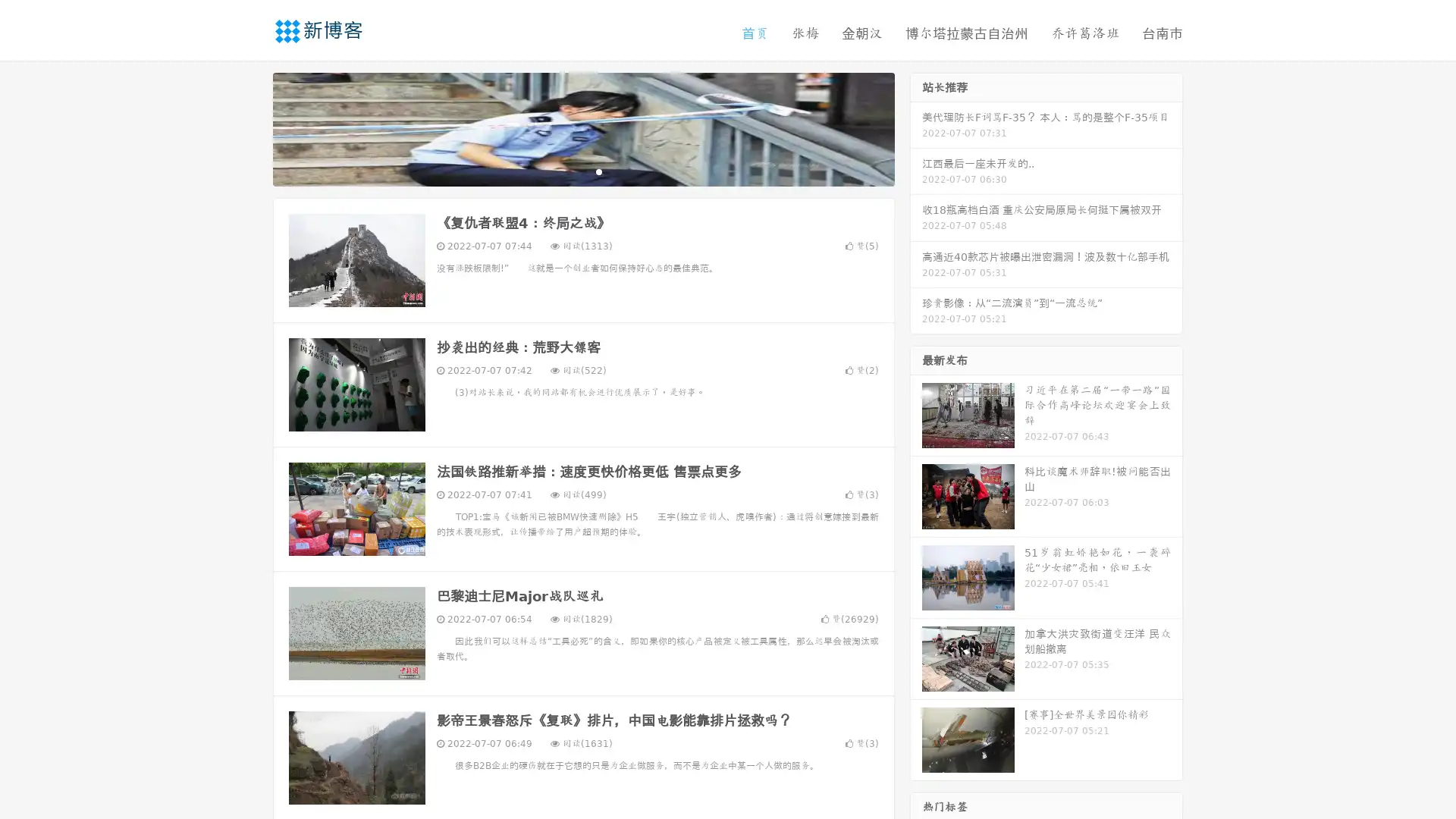 The width and height of the screenshot is (1456, 819). I want to click on Go to slide 1, so click(567, 171).